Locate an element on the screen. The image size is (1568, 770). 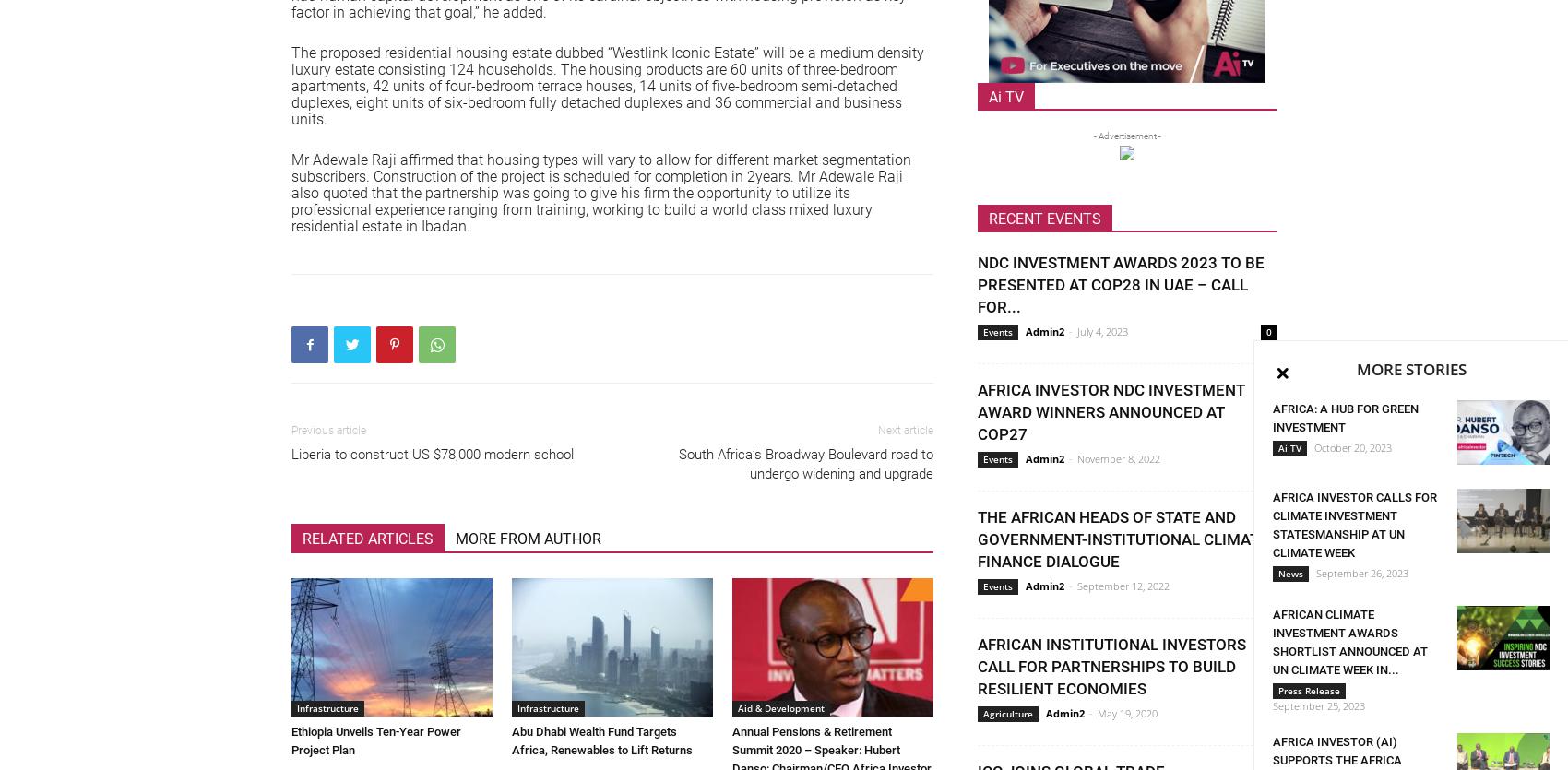
'Ethiopia Unveils Ten-Year Power Project Plan' is located at coordinates (375, 740).